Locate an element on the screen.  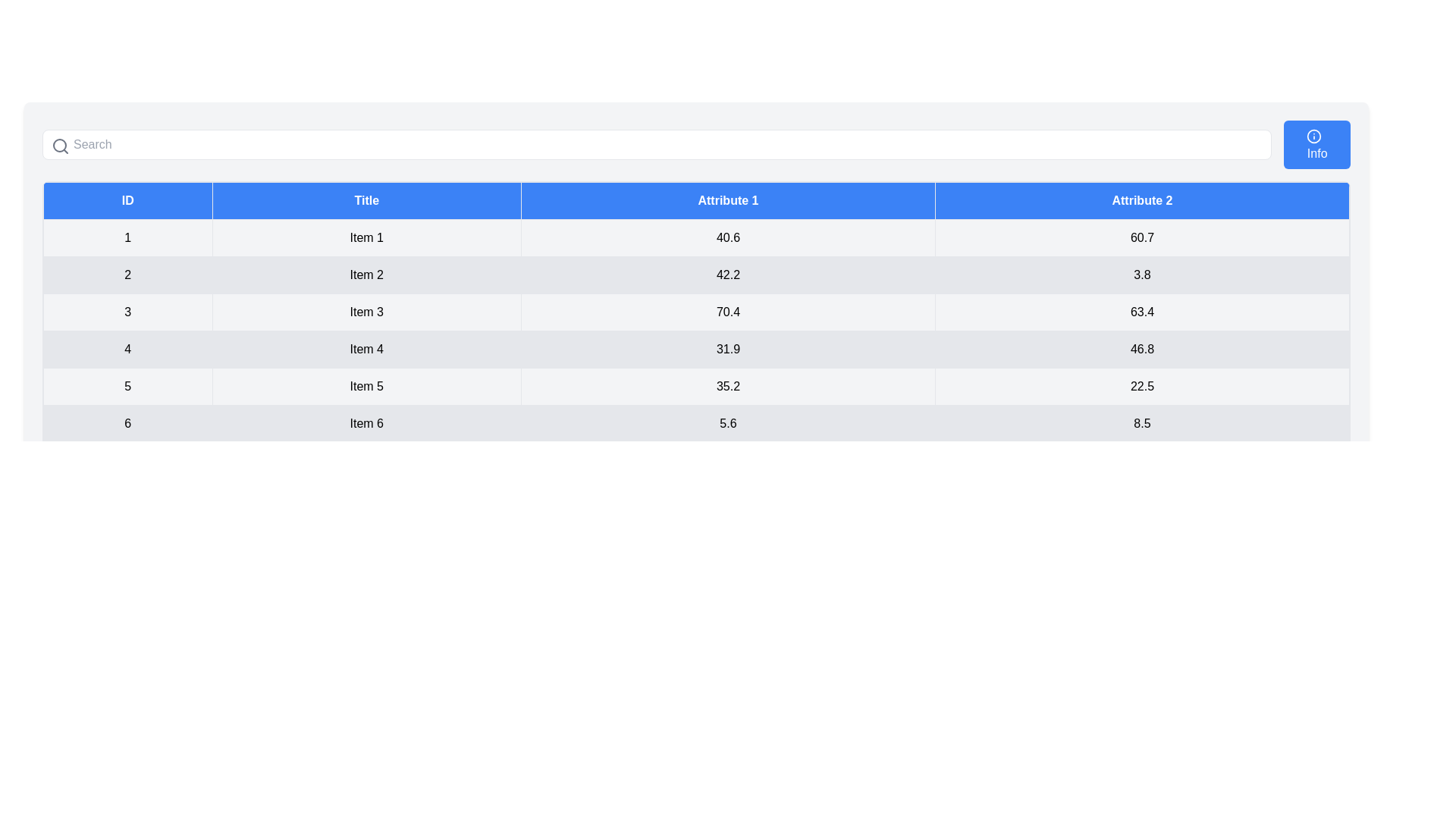
the column header Title to sort the table by that column is located at coordinates (366, 200).